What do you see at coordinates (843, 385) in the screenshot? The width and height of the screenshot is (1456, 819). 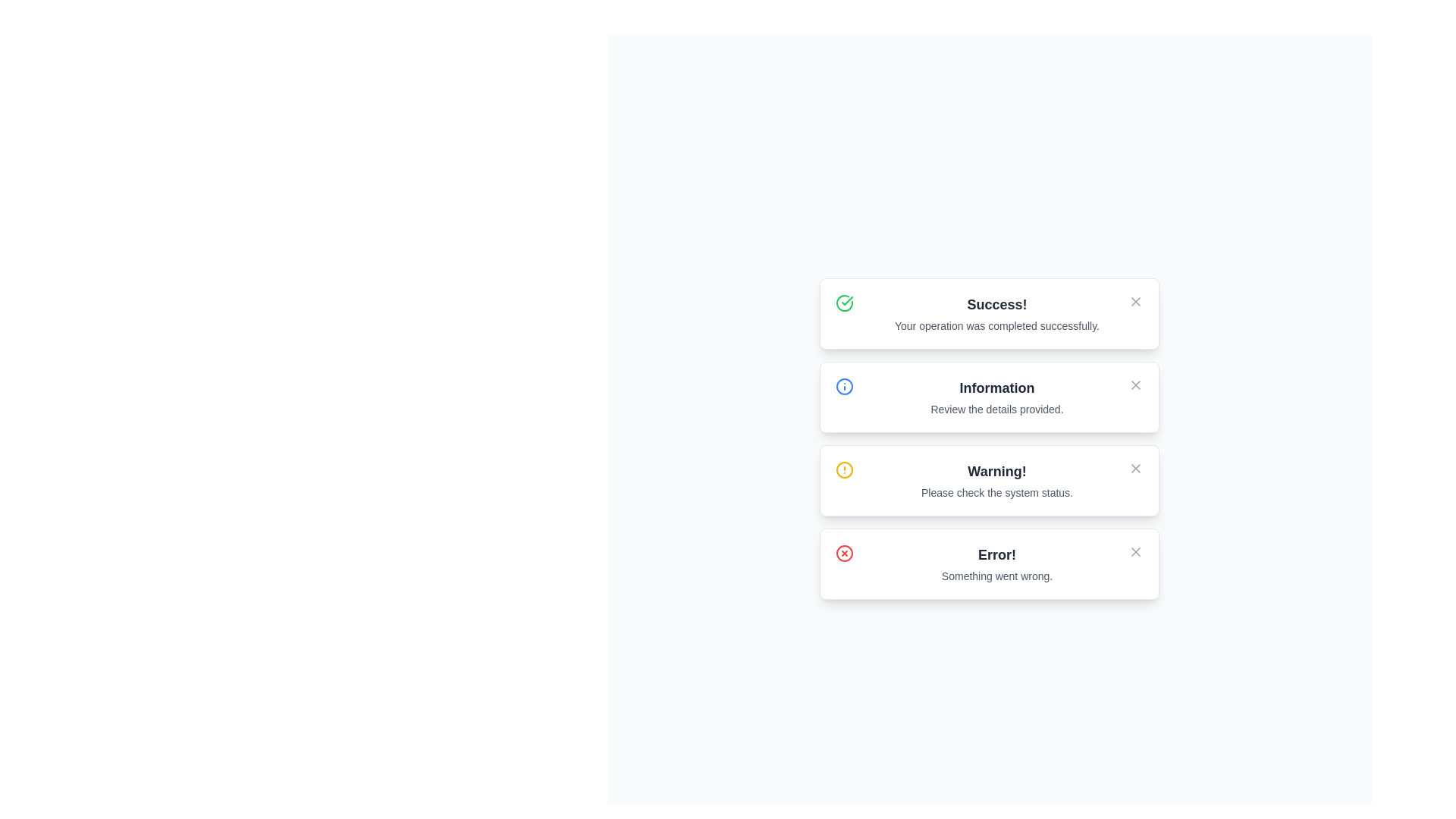 I see `the blue circular icon in the second notification row, which is associated with the 'Information' label and the text 'Review the details provided.'` at bounding box center [843, 385].